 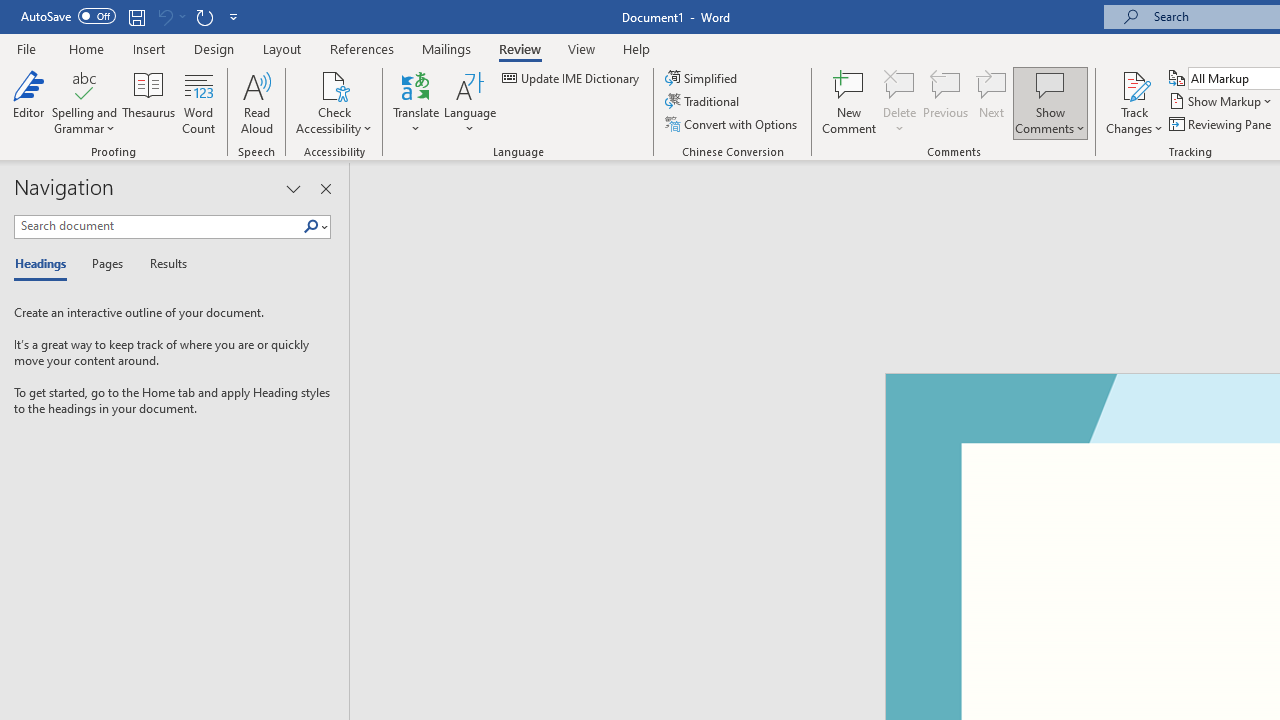 I want to click on 'Check Accessibility', so click(x=334, y=84).